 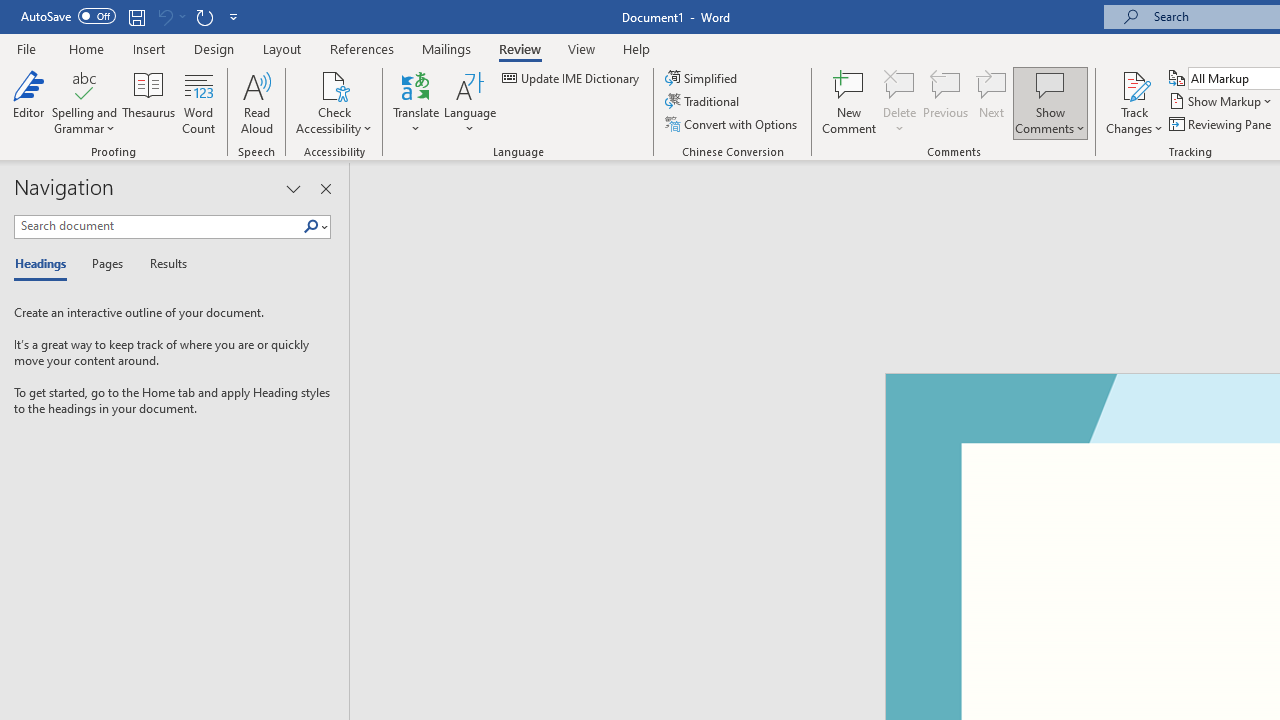 I want to click on 'Check Accessibility', so click(x=334, y=84).